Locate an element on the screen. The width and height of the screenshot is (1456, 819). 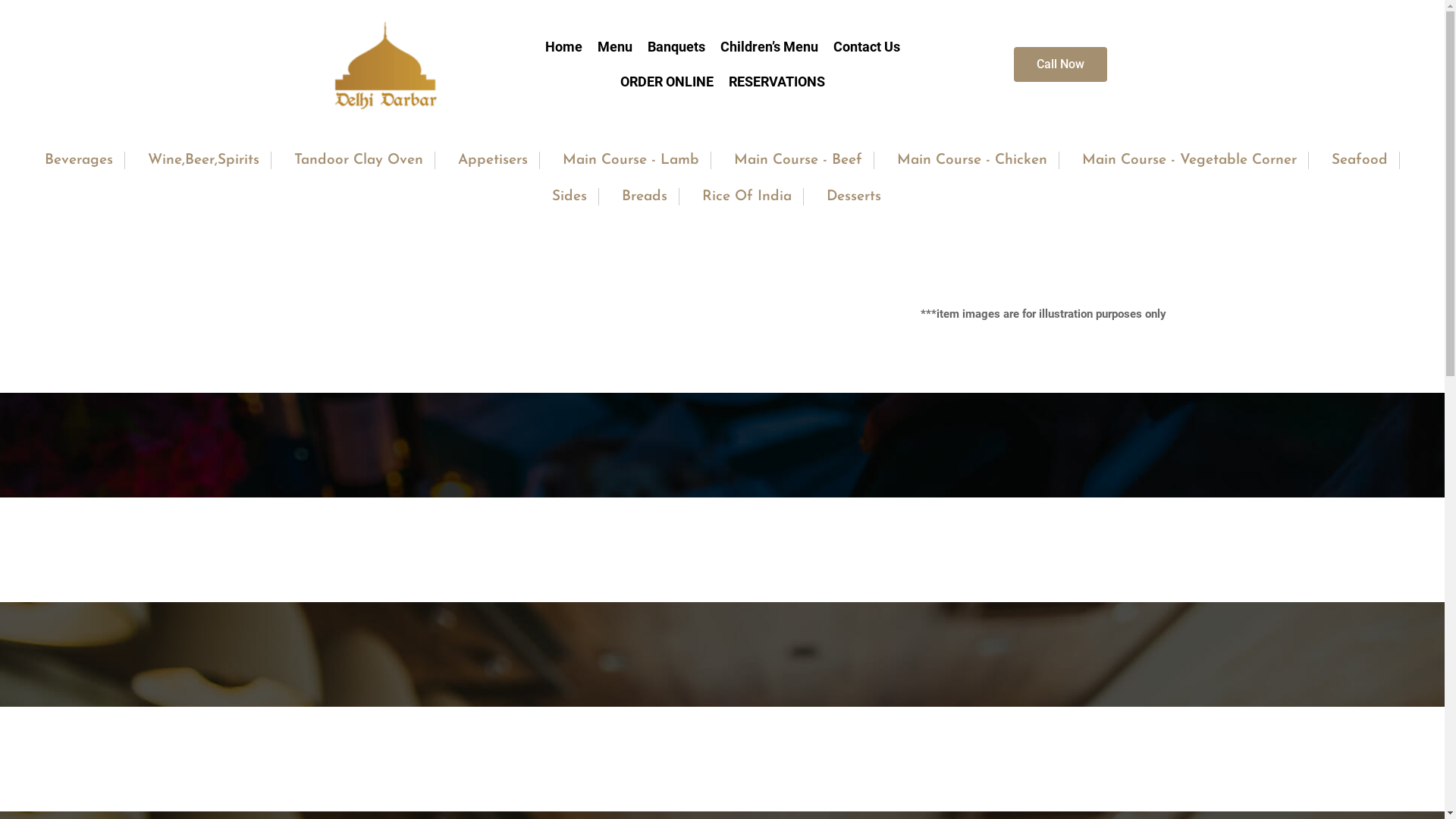
'Menu' is located at coordinates (615, 45).